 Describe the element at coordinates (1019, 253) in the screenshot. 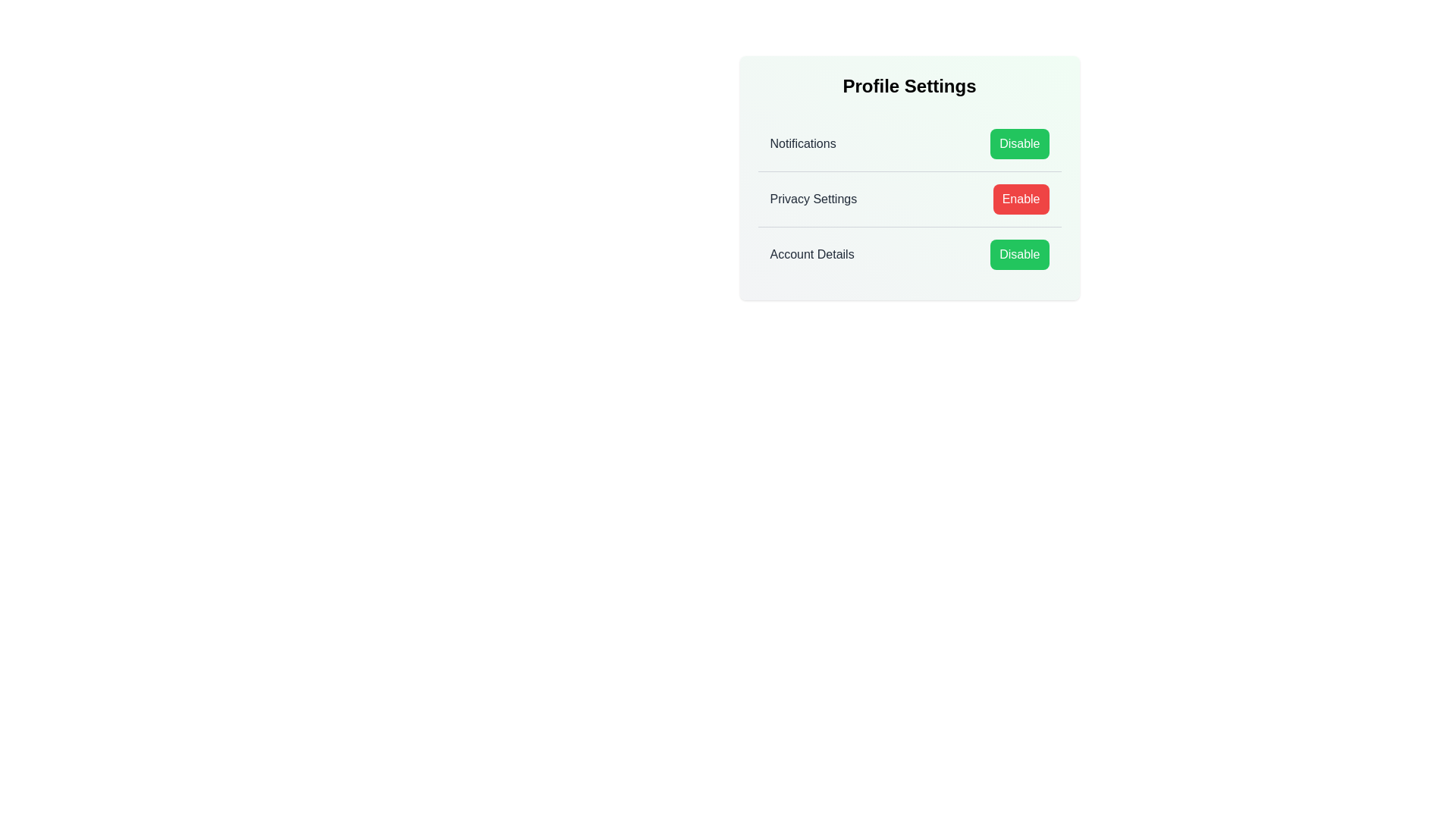

I see `'Disable' button for 'Account Details'` at that location.